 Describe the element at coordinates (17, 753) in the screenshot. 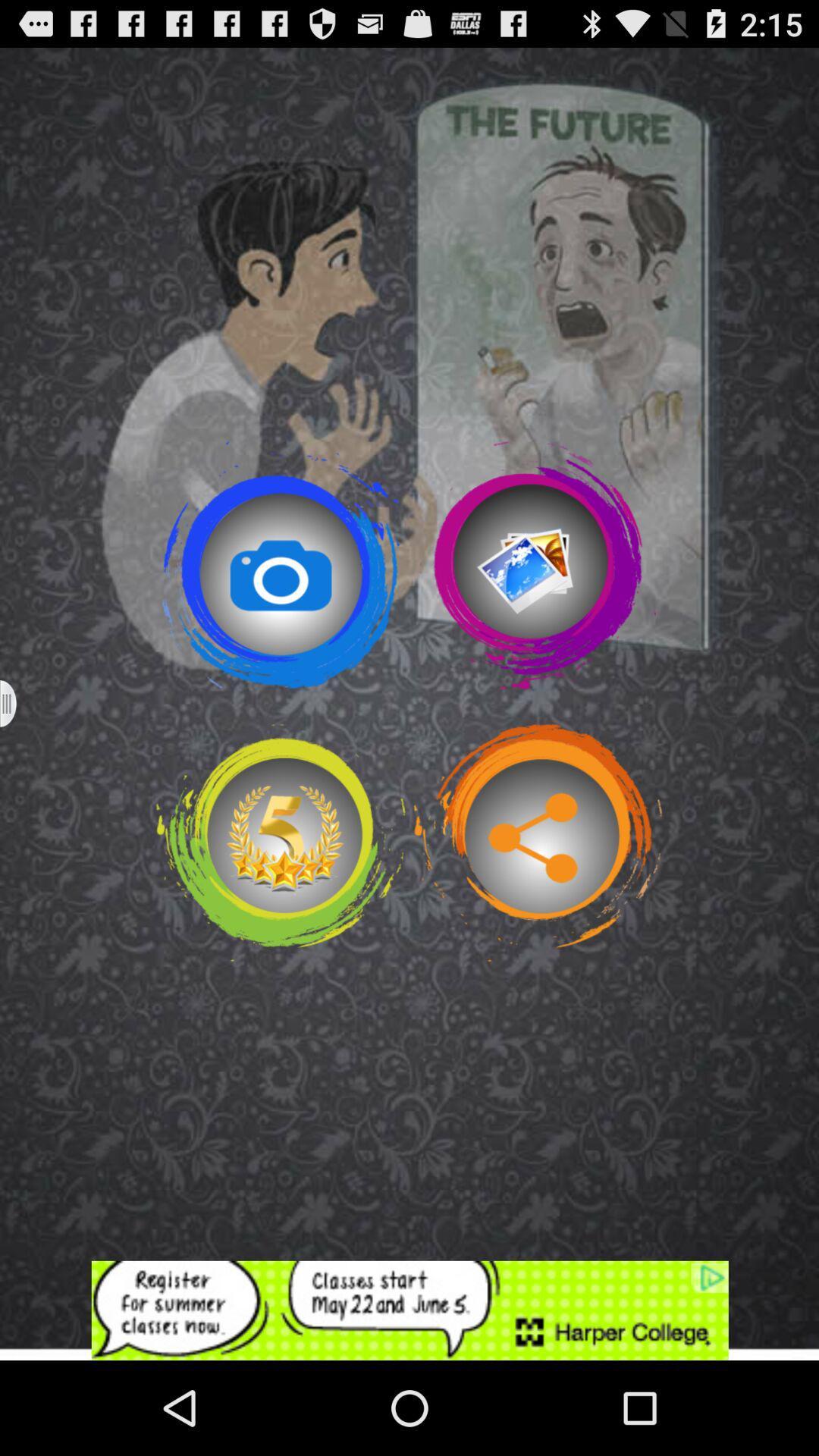

I see `the menu icon` at that location.